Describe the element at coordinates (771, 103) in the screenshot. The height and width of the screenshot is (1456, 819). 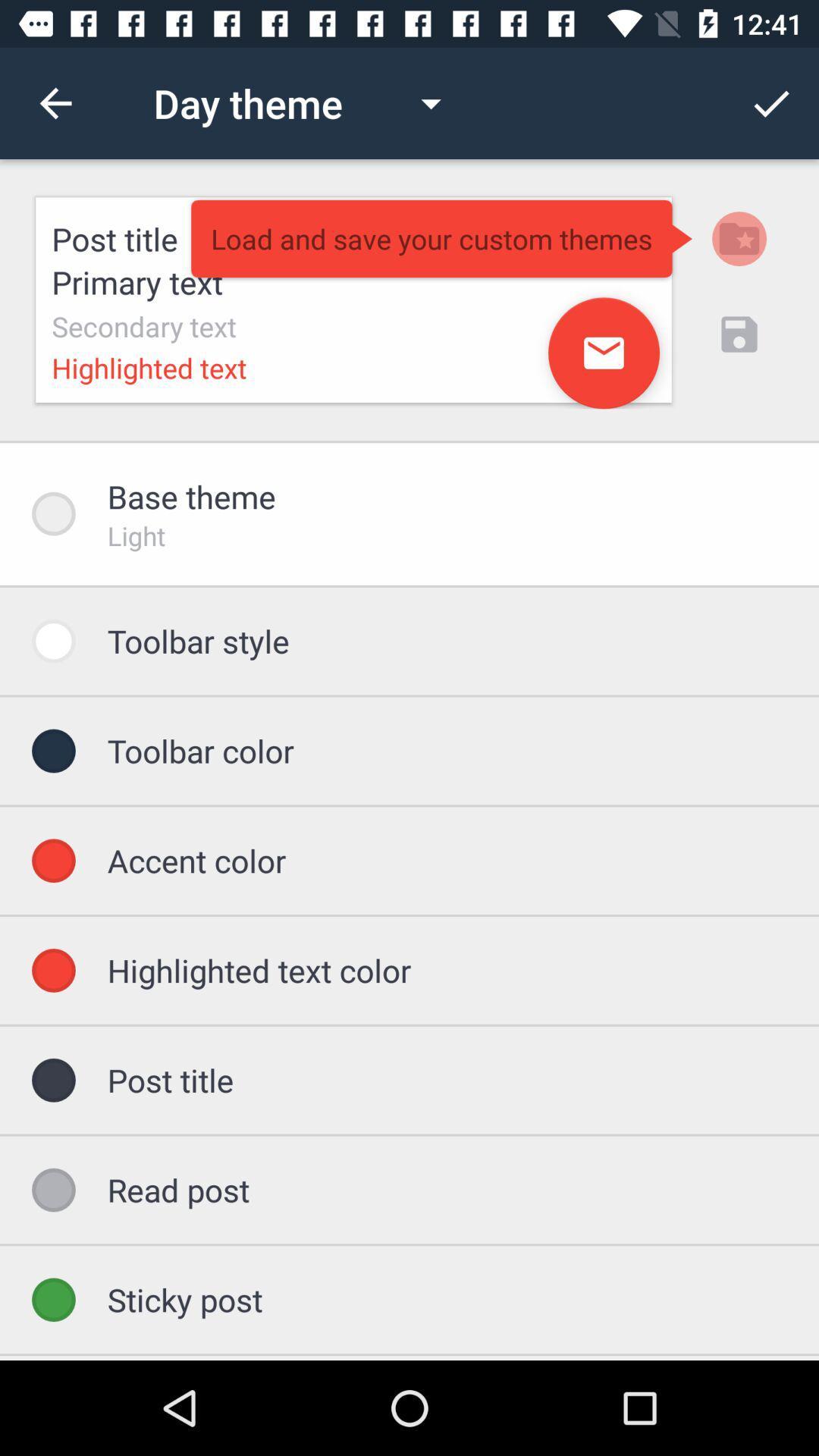
I see `the button at the top right corner of the page` at that location.